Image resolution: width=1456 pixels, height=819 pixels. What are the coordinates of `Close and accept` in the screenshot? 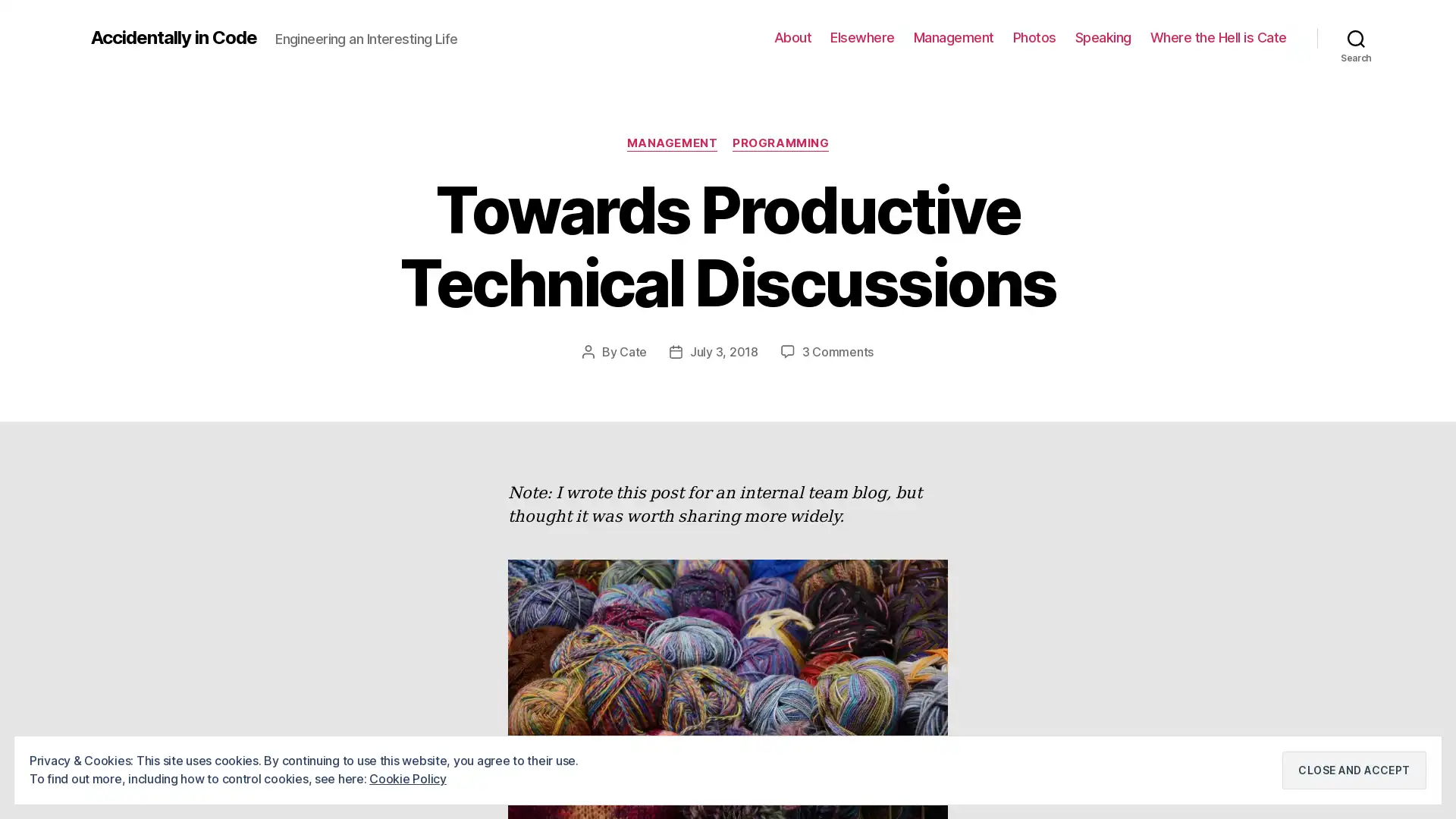 It's located at (1354, 770).